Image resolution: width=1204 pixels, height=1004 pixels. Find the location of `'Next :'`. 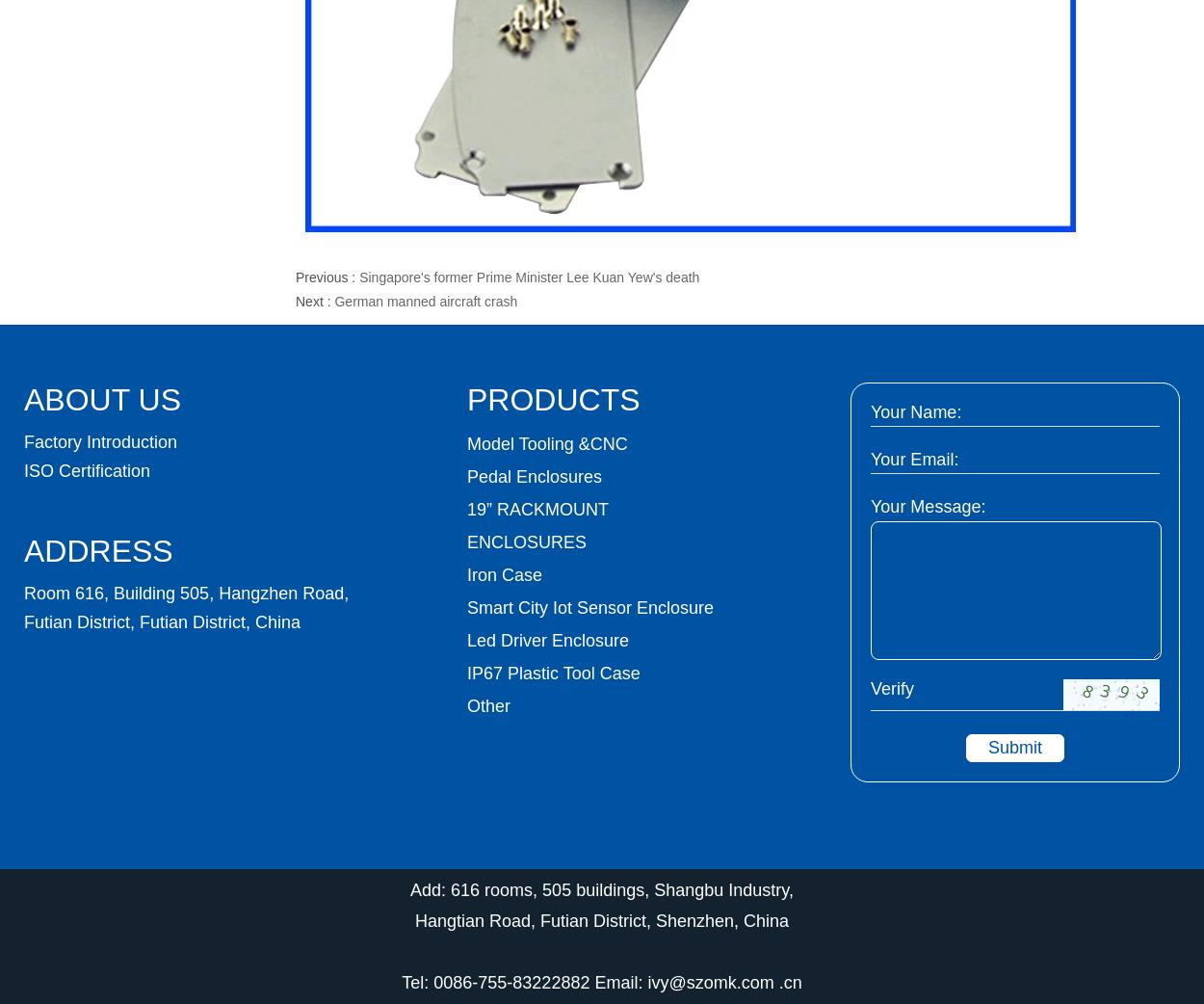

'Next :' is located at coordinates (314, 302).